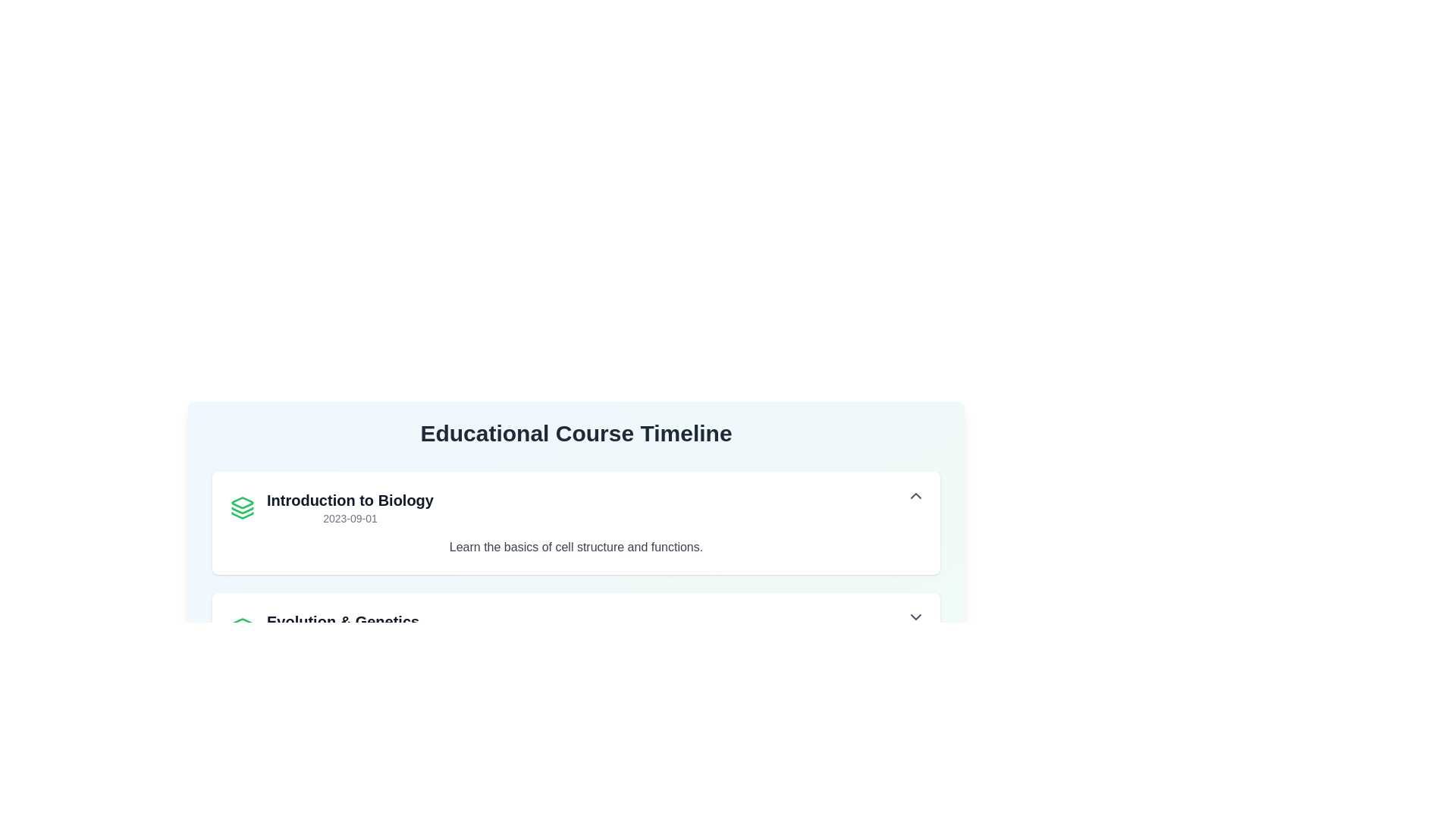 The height and width of the screenshot is (819, 1456). What do you see at coordinates (575, 433) in the screenshot?
I see `text content of the header labeled 'Educational Course Timeline', which is a large, bold text element centered at the top of the section` at bounding box center [575, 433].